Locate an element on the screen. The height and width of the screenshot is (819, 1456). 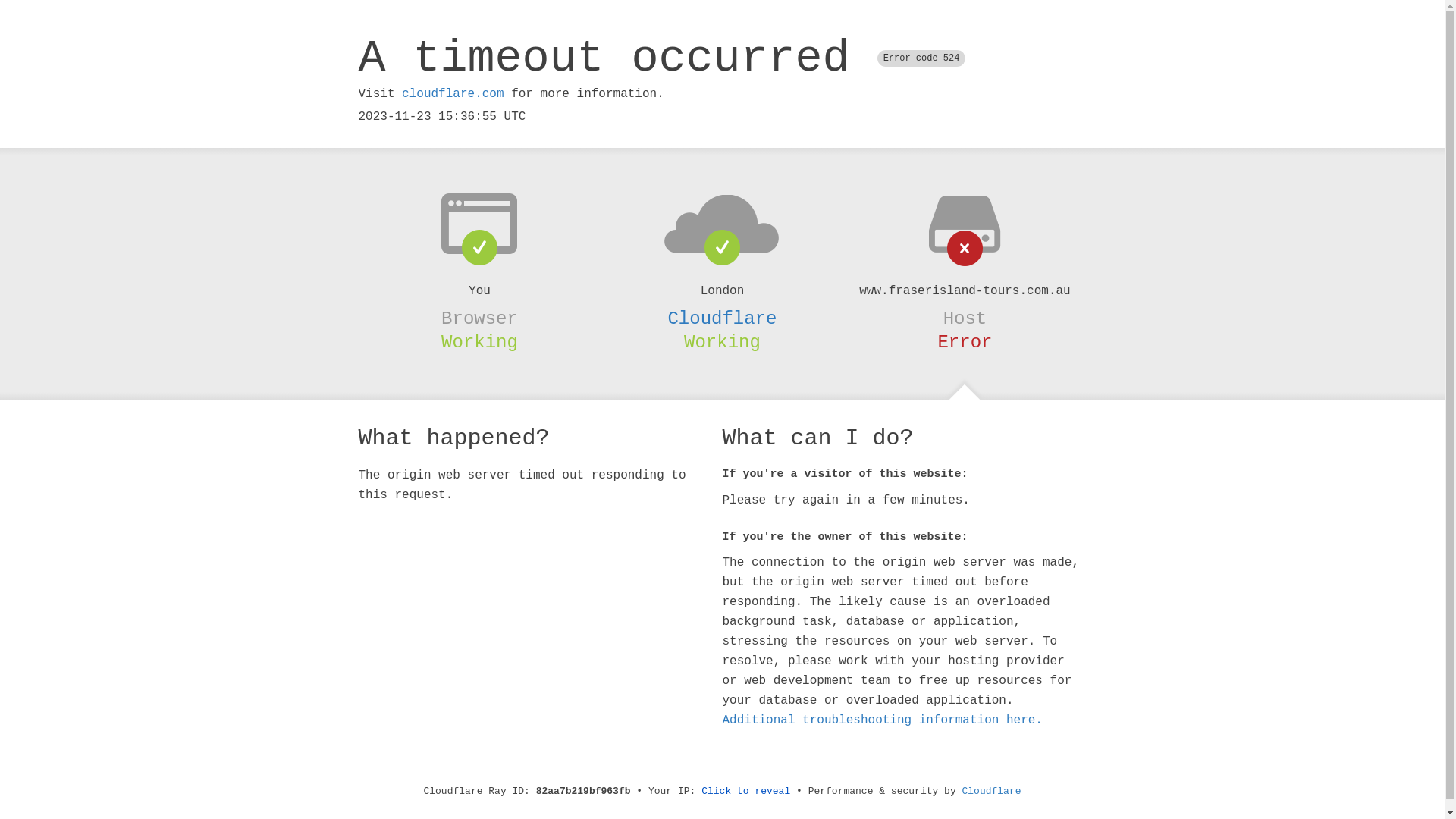
'cloudflare.com' is located at coordinates (451, 93).